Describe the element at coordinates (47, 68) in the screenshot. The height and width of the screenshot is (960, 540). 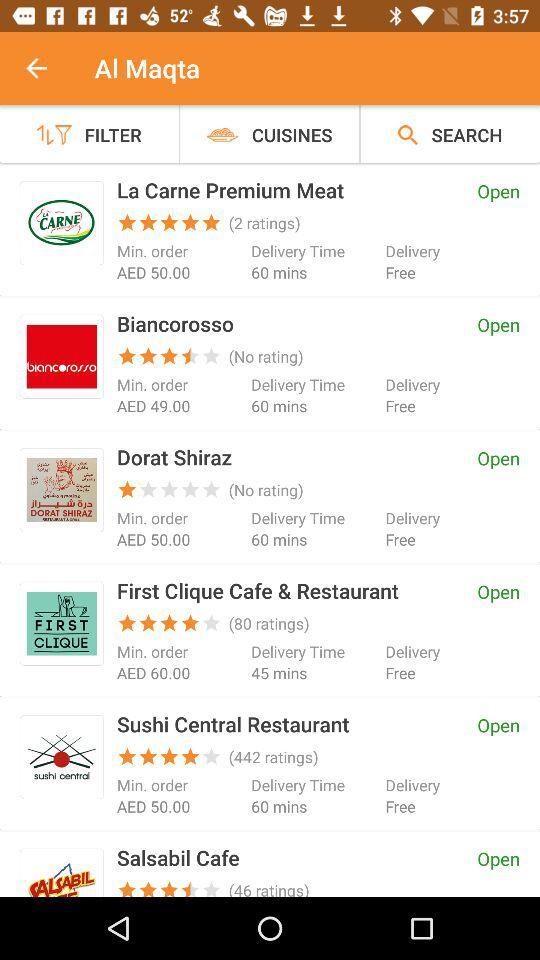
I see `the item next to the al maqta item` at that location.